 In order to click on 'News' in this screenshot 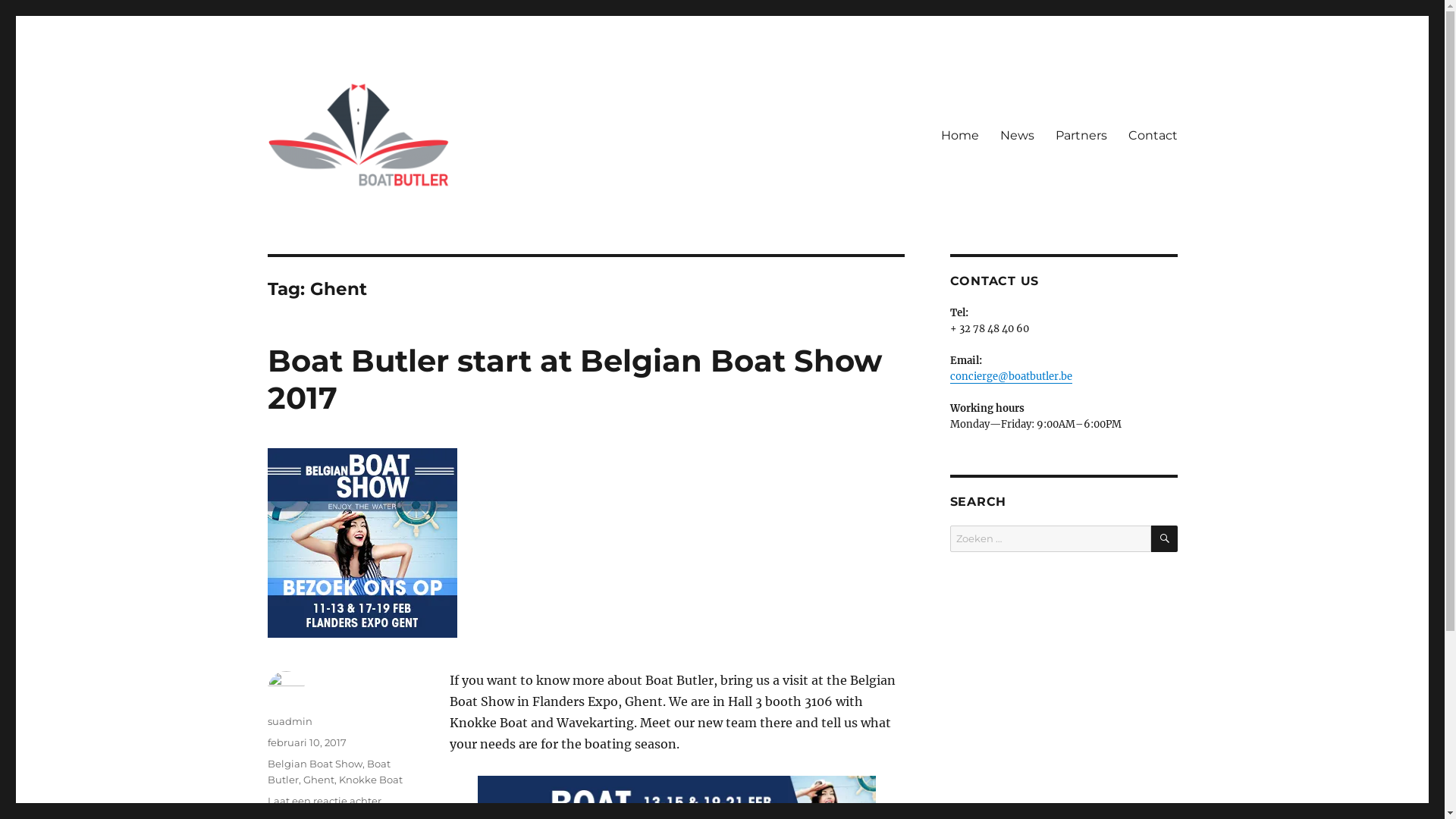, I will do `click(1016, 133)`.